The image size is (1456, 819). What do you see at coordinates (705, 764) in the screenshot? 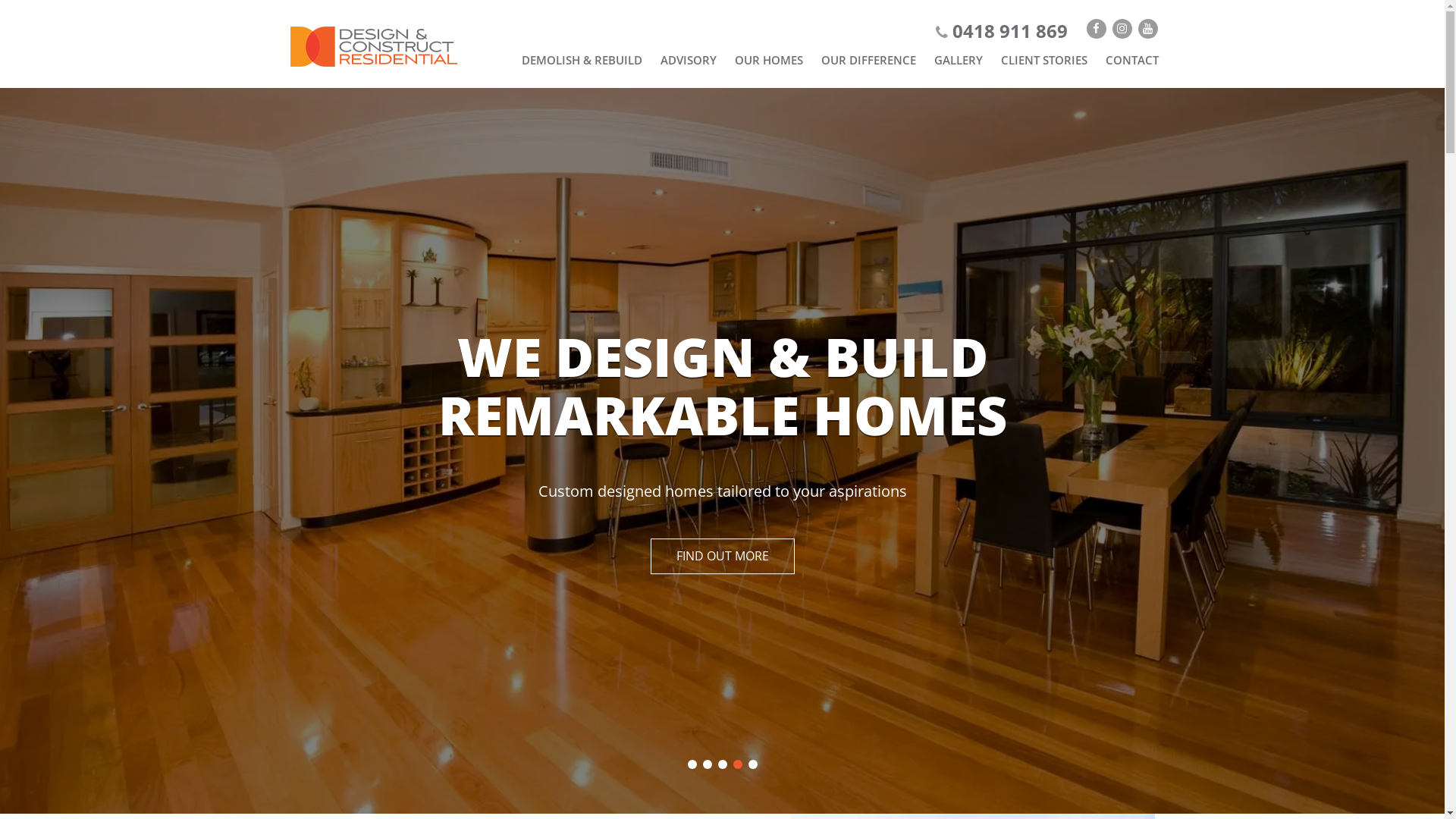
I see `'2'` at bounding box center [705, 764].